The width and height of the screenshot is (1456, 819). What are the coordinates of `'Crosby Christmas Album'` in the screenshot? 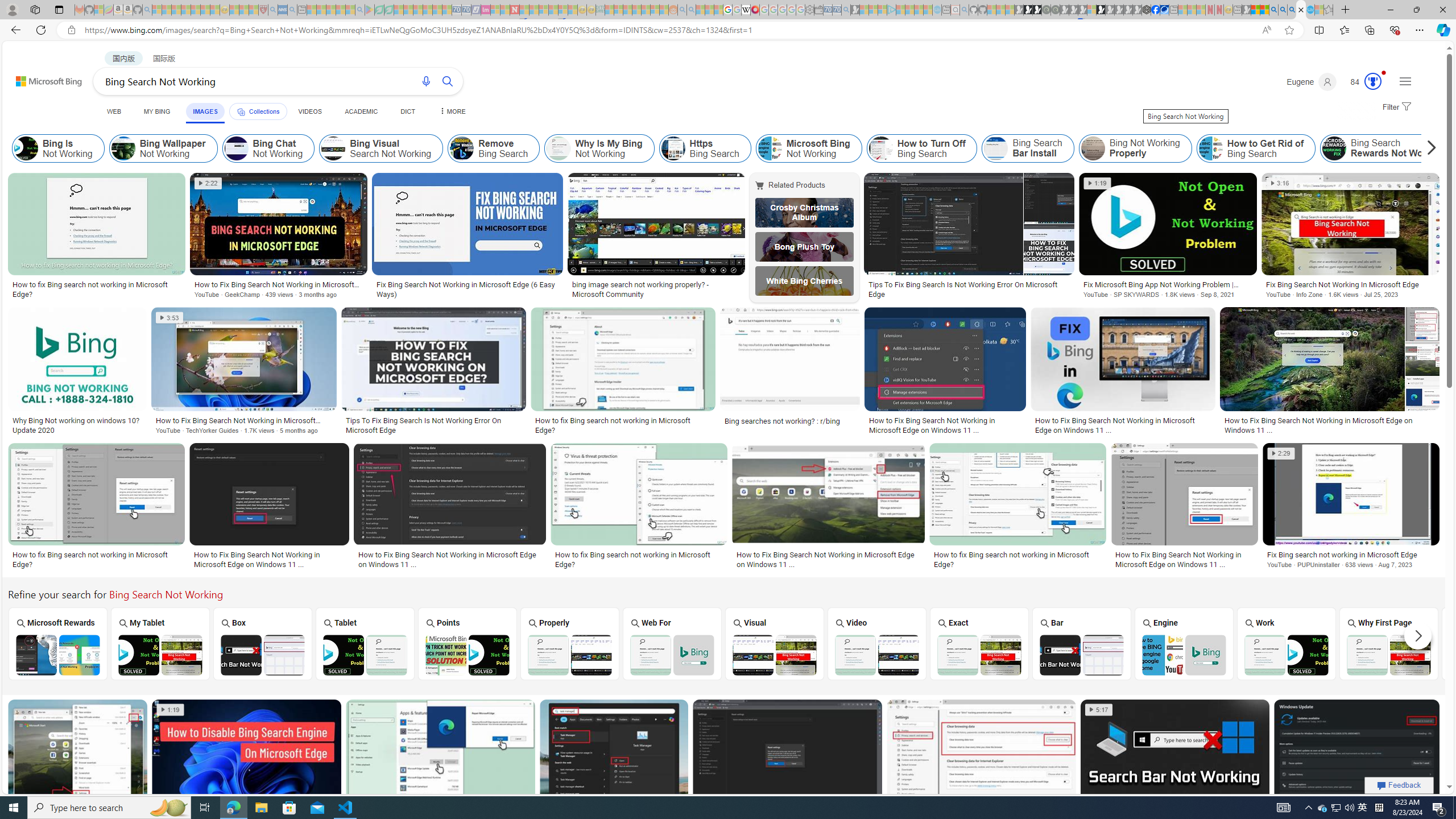 It's located at (804, 213).